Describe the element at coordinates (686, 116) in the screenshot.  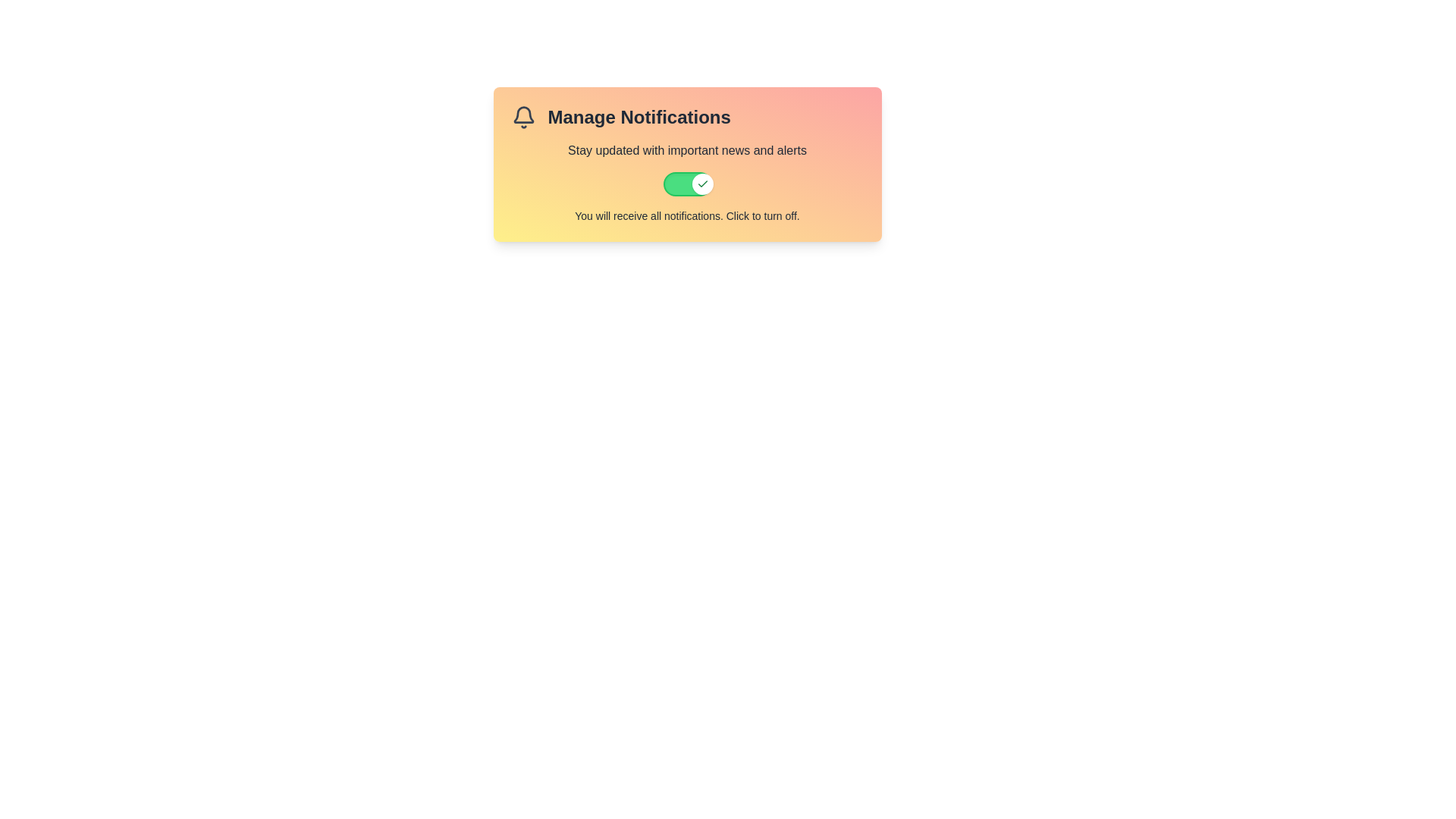
I see `text 'Manage Notifications' which is prominently styled in bold dark gray and located next to a bell icon at the top-left side of the notification settings card` at that location.